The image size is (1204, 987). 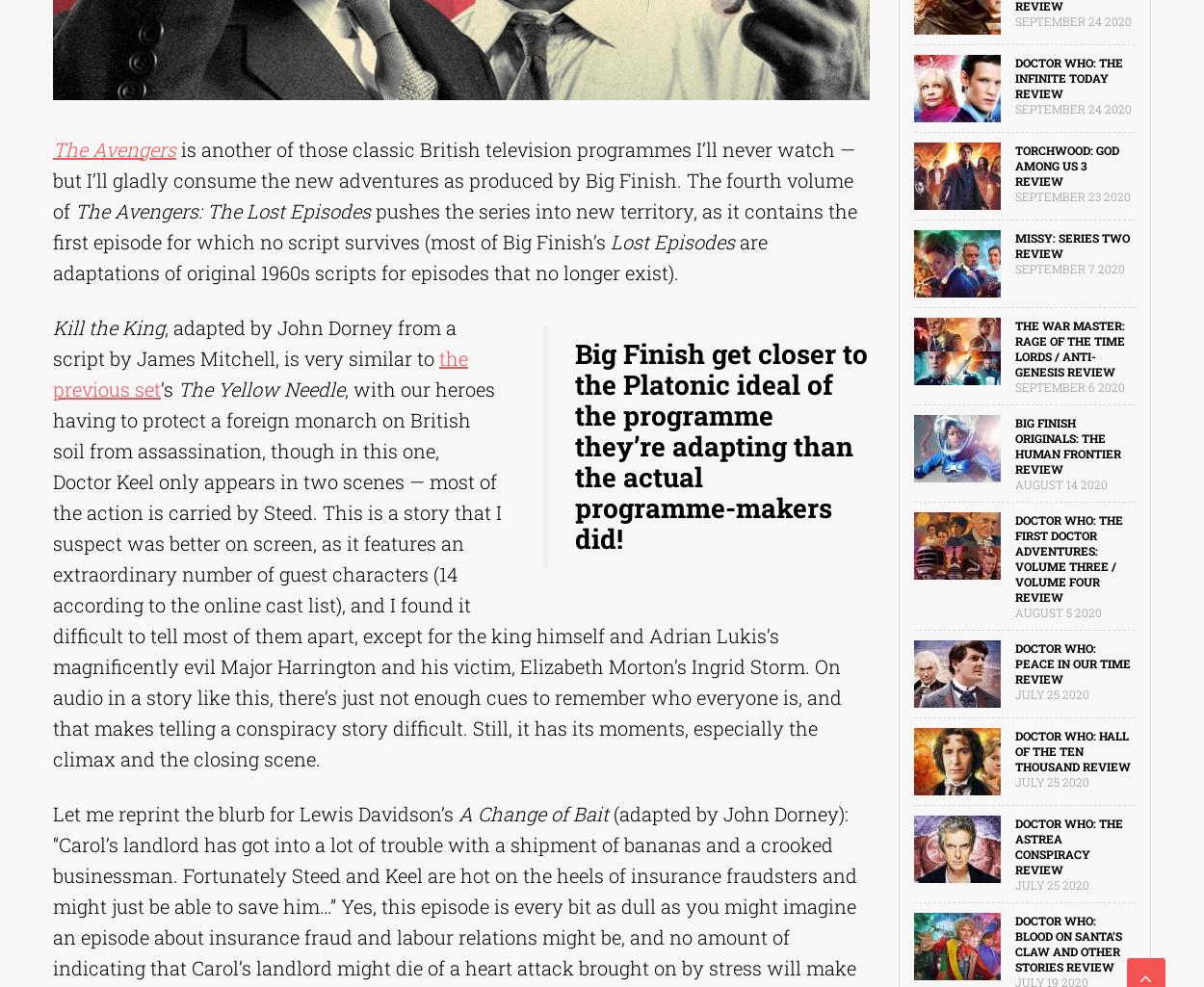 I want to click on 'Doctor Who: Peace in Our Time review', so click(x=1071, y=663).